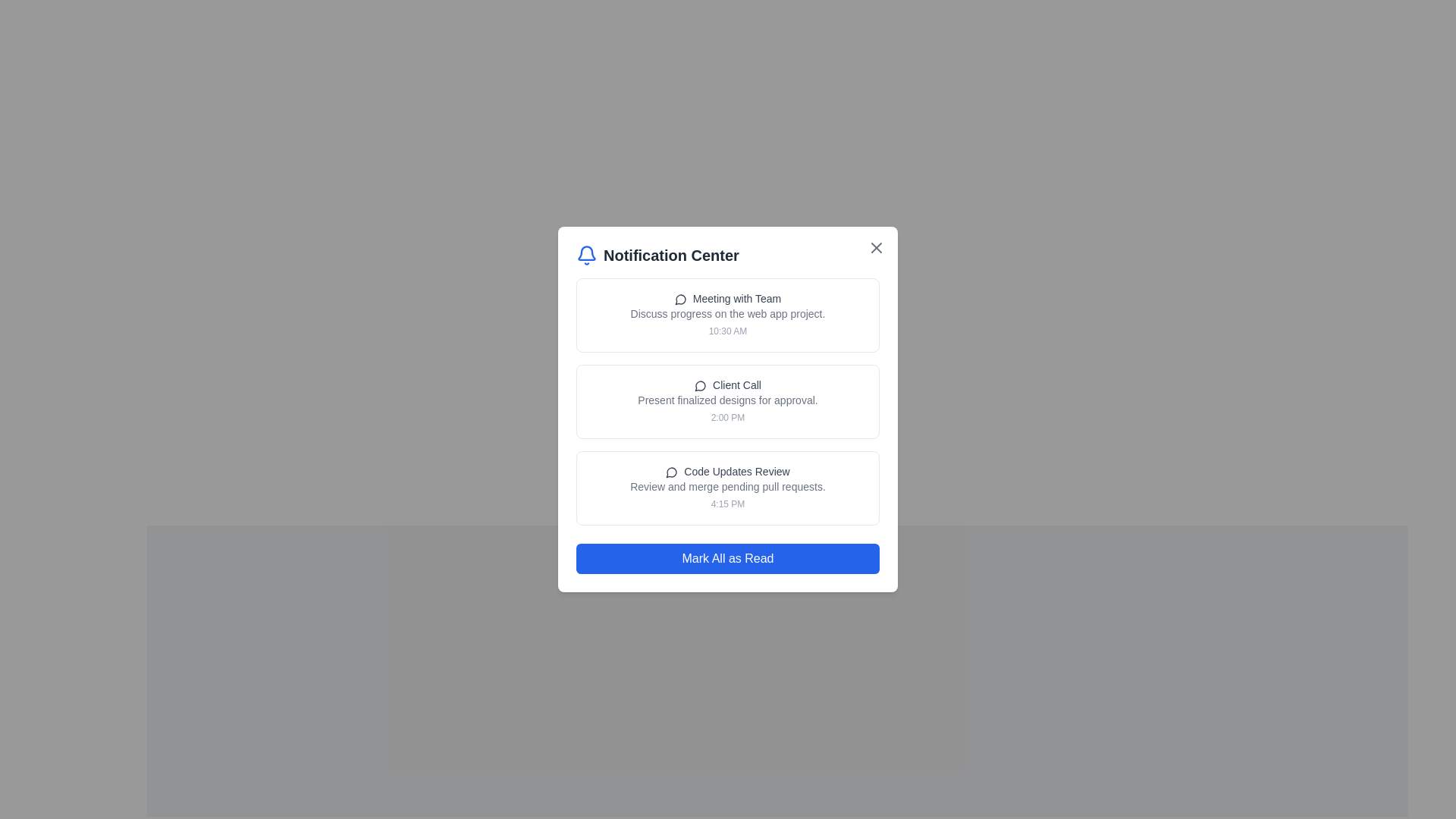 The height and width of the screenshot is (819, 1456). Describe the element at coordinates (585, 254) in the screenshot. I see `the bell icon with a blue outline located next to the 'Notification Center' text label at the top left corner of the modal` at that location.